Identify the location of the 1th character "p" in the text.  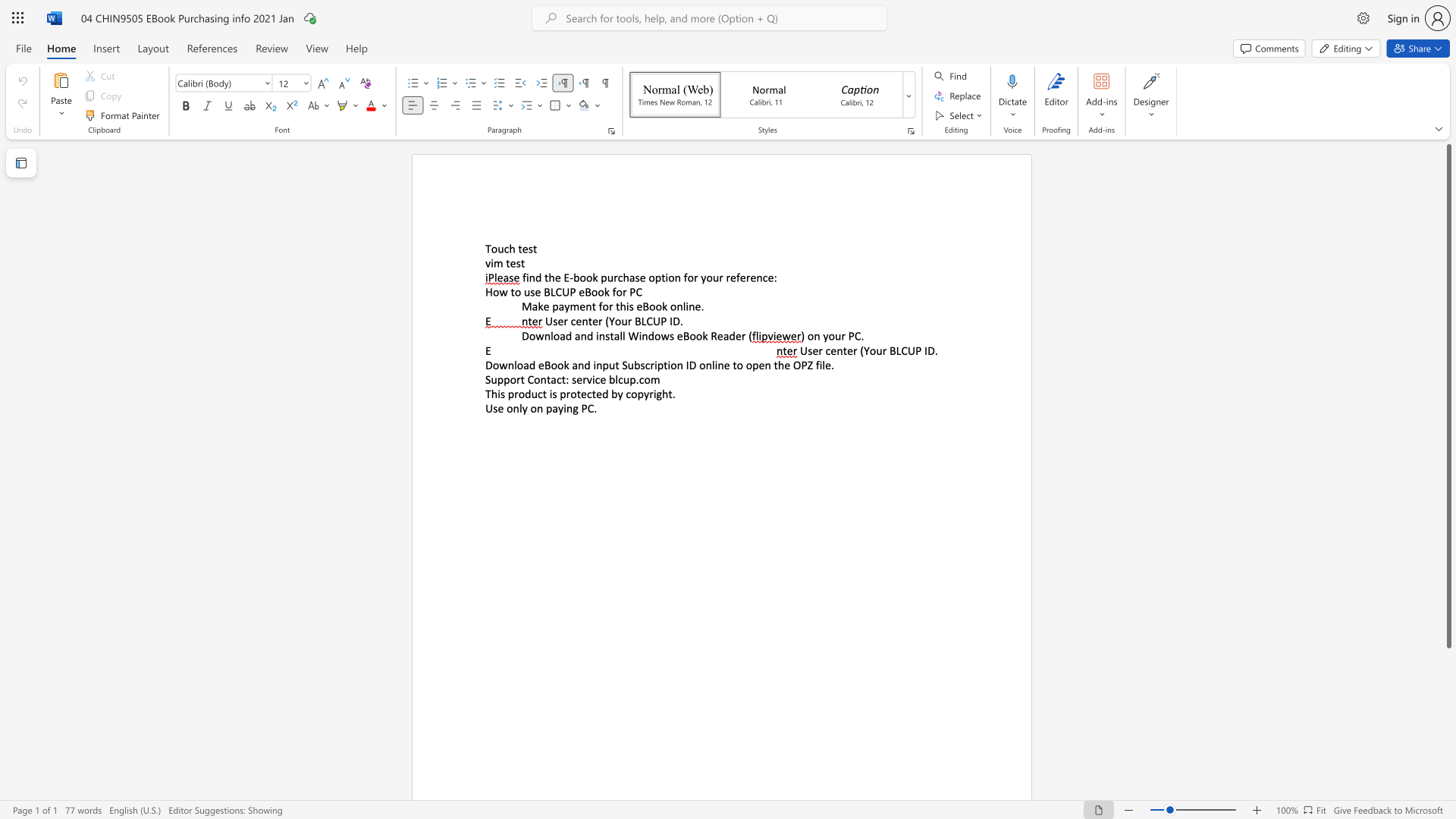
(548, 407).